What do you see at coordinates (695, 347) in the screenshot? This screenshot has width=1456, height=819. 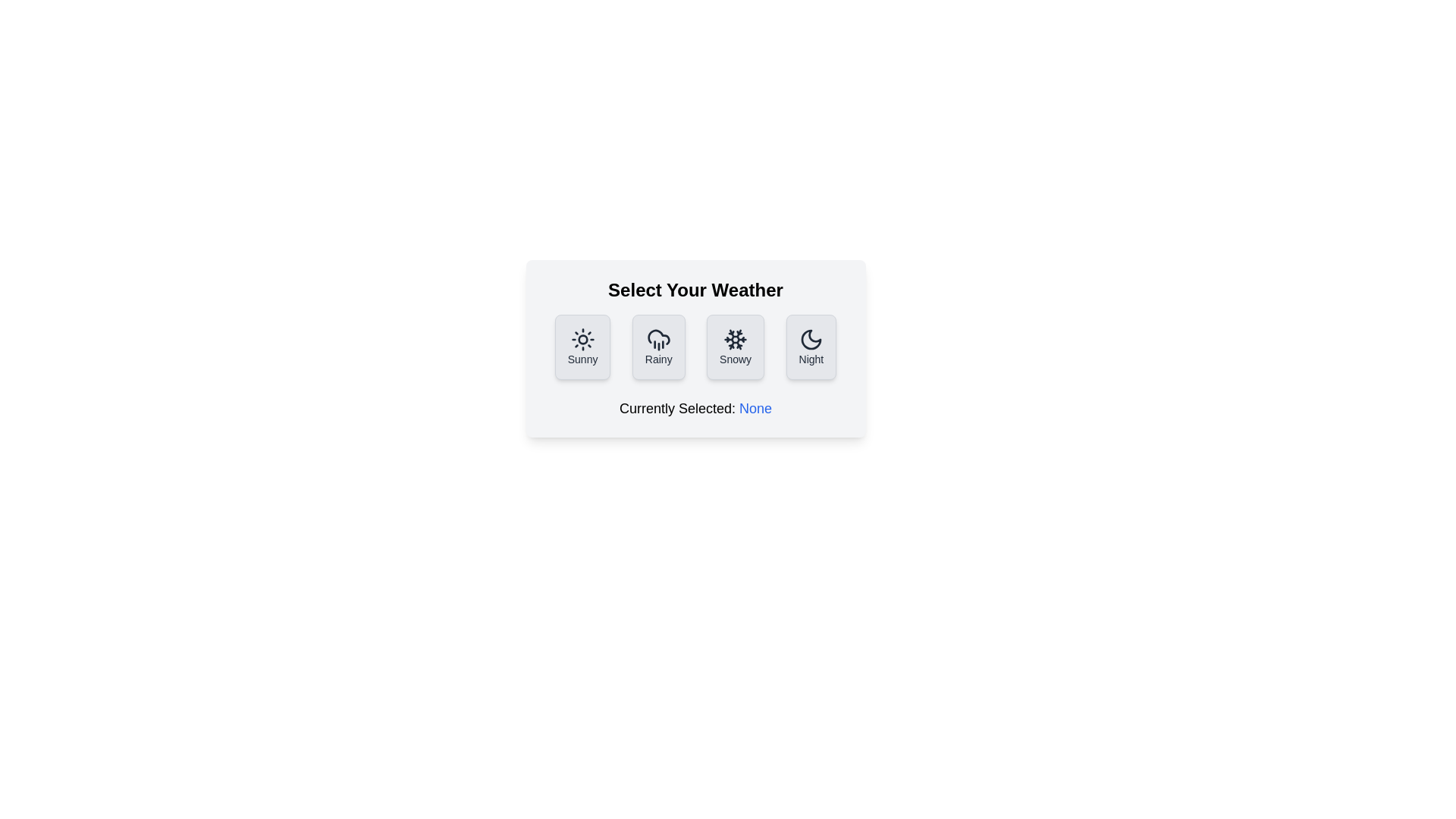 I see `any button in the 'Sunny', 'Rainy', 'Snowy', 'Night' button group` at bounding box center [695, 347].